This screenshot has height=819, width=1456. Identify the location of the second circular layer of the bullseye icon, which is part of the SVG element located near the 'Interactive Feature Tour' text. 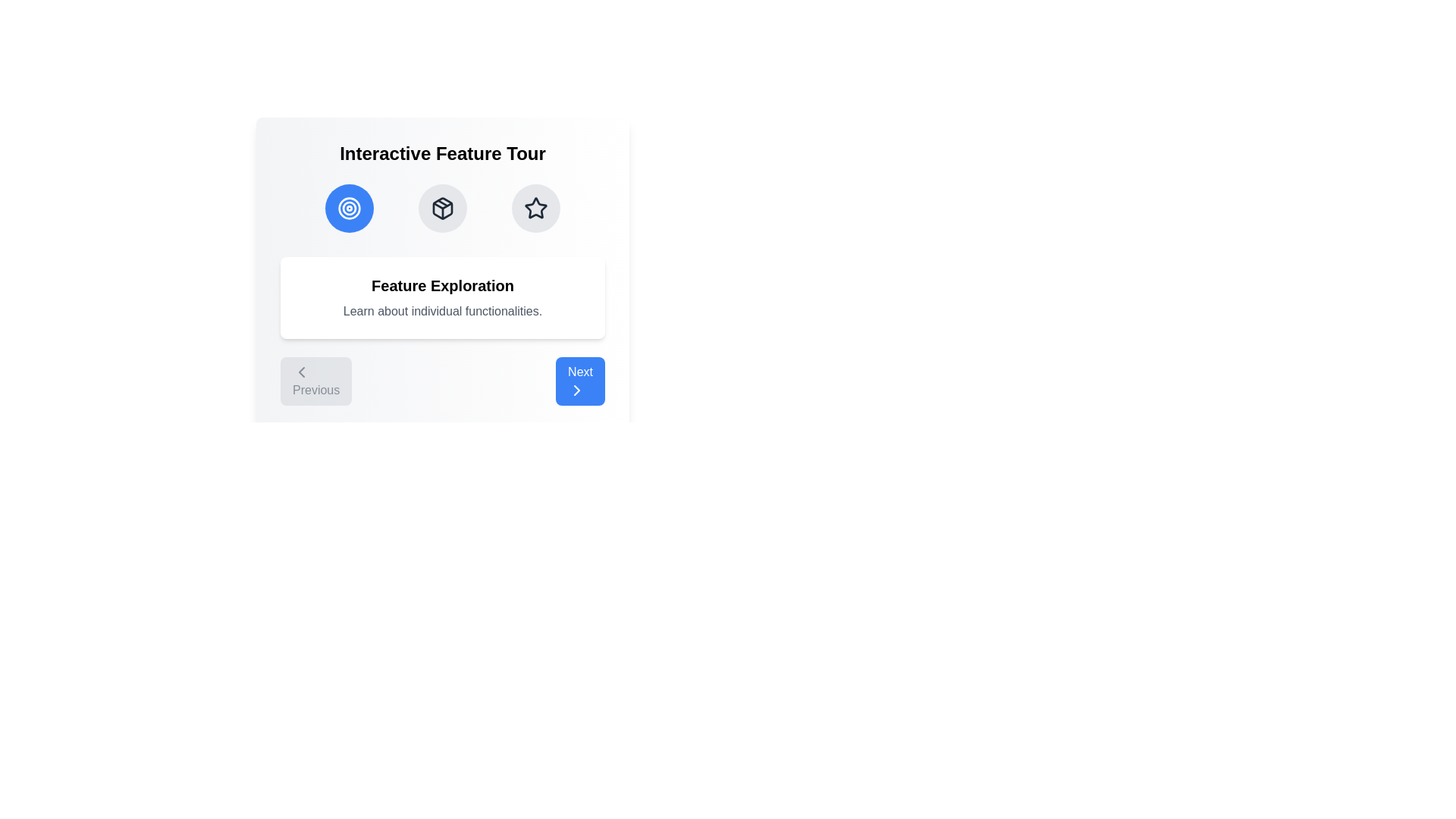
(348, 208).